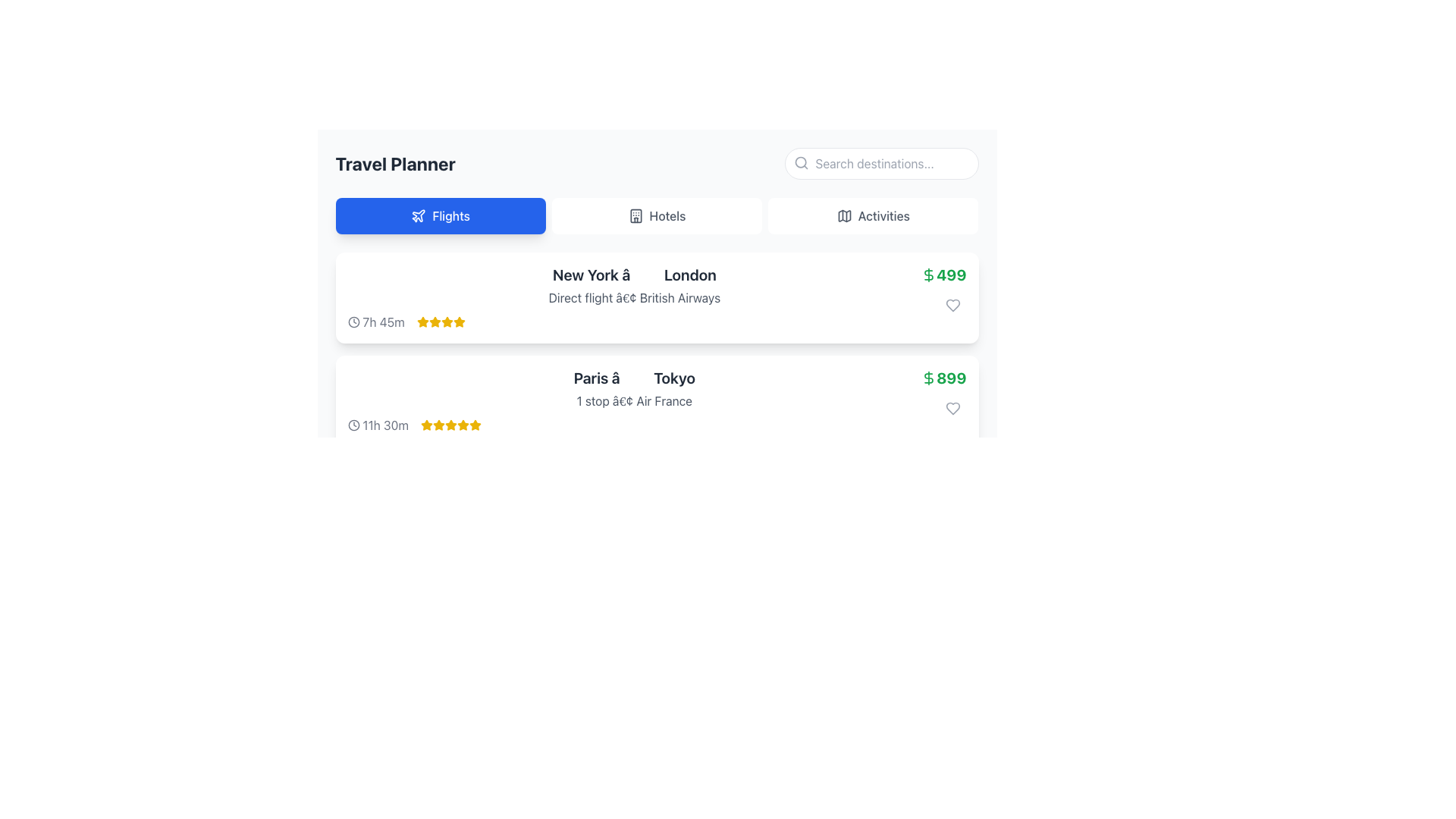 This screenshot has width=1456, height=819. I want to click on the green dollar sign icon located to the left of the numeric value '899', which is styled with a bold, rounded outline and consistent with pricing indicators in green text, so click(928, 377).